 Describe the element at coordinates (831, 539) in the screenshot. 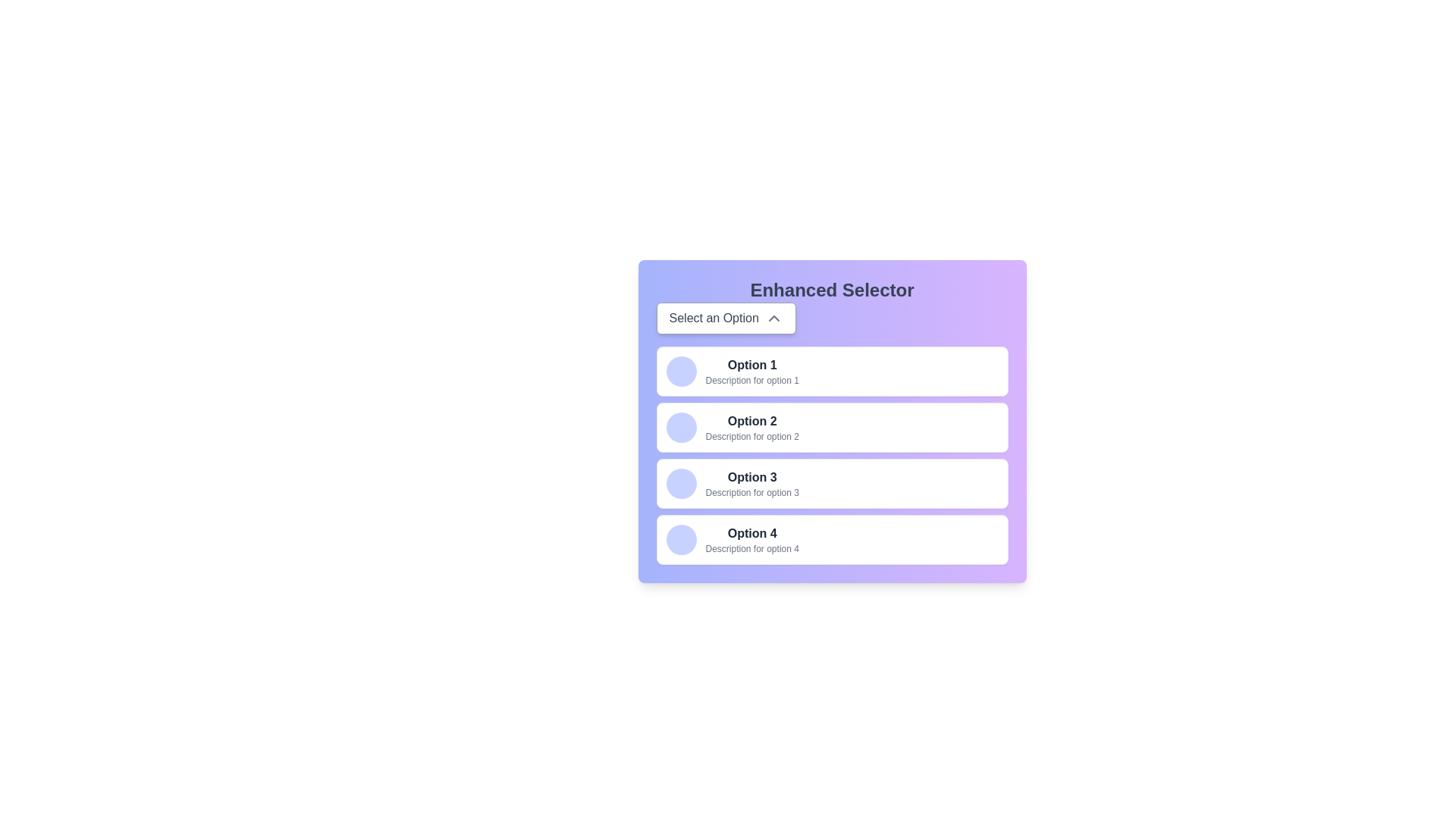

I see `to select 'Option 4' from the selectable list item located at the bottom of the group, directly beneath 'Option 3'` at that location.